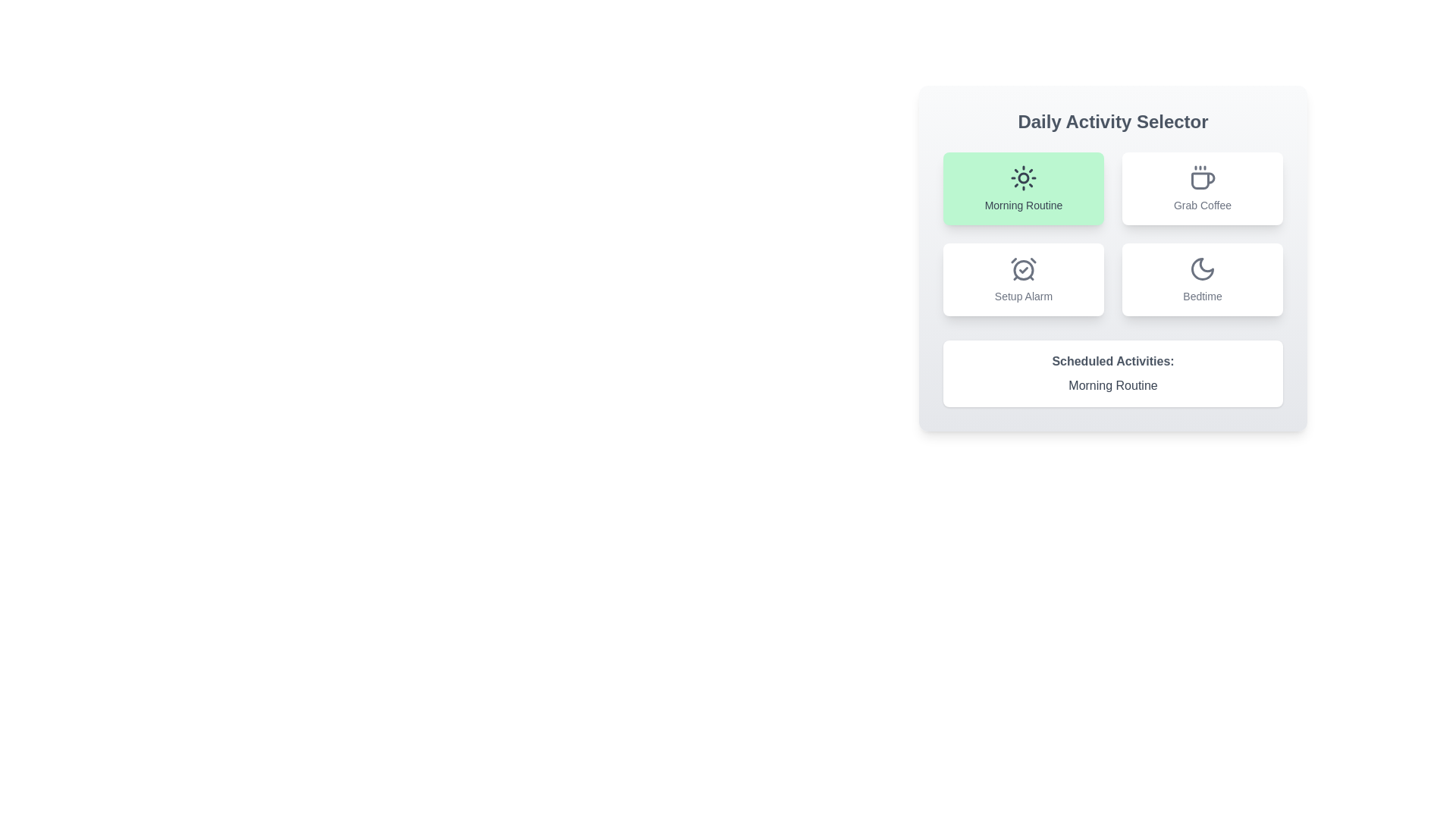 Image resolution: width=1456 pixels, height=819 pixels. I want to click on the activity Setup Alarm by clicking its button, so click(1023, 280).